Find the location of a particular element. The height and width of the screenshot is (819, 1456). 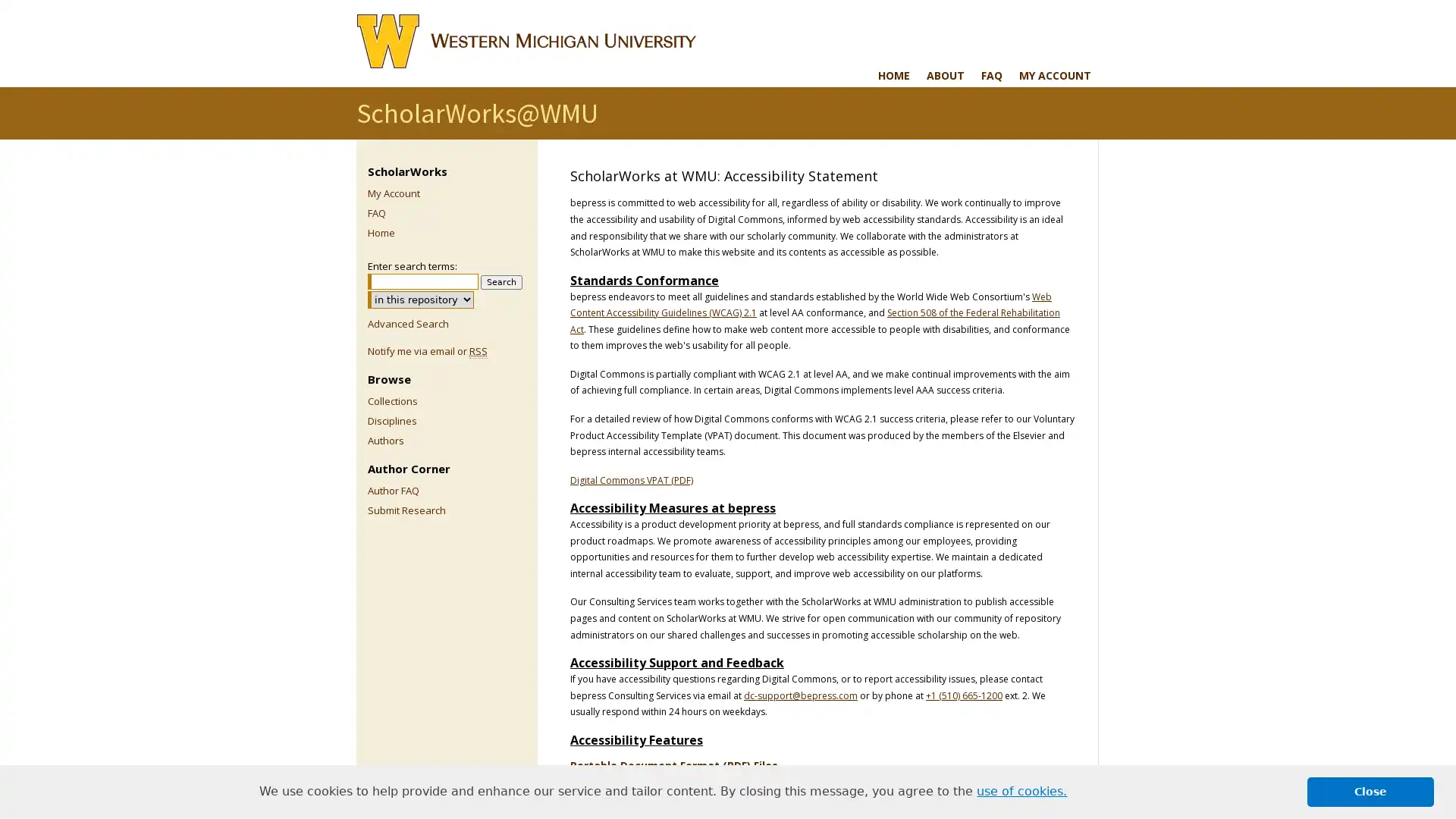

learn more about cookies is located at coordinates (1021, 791).